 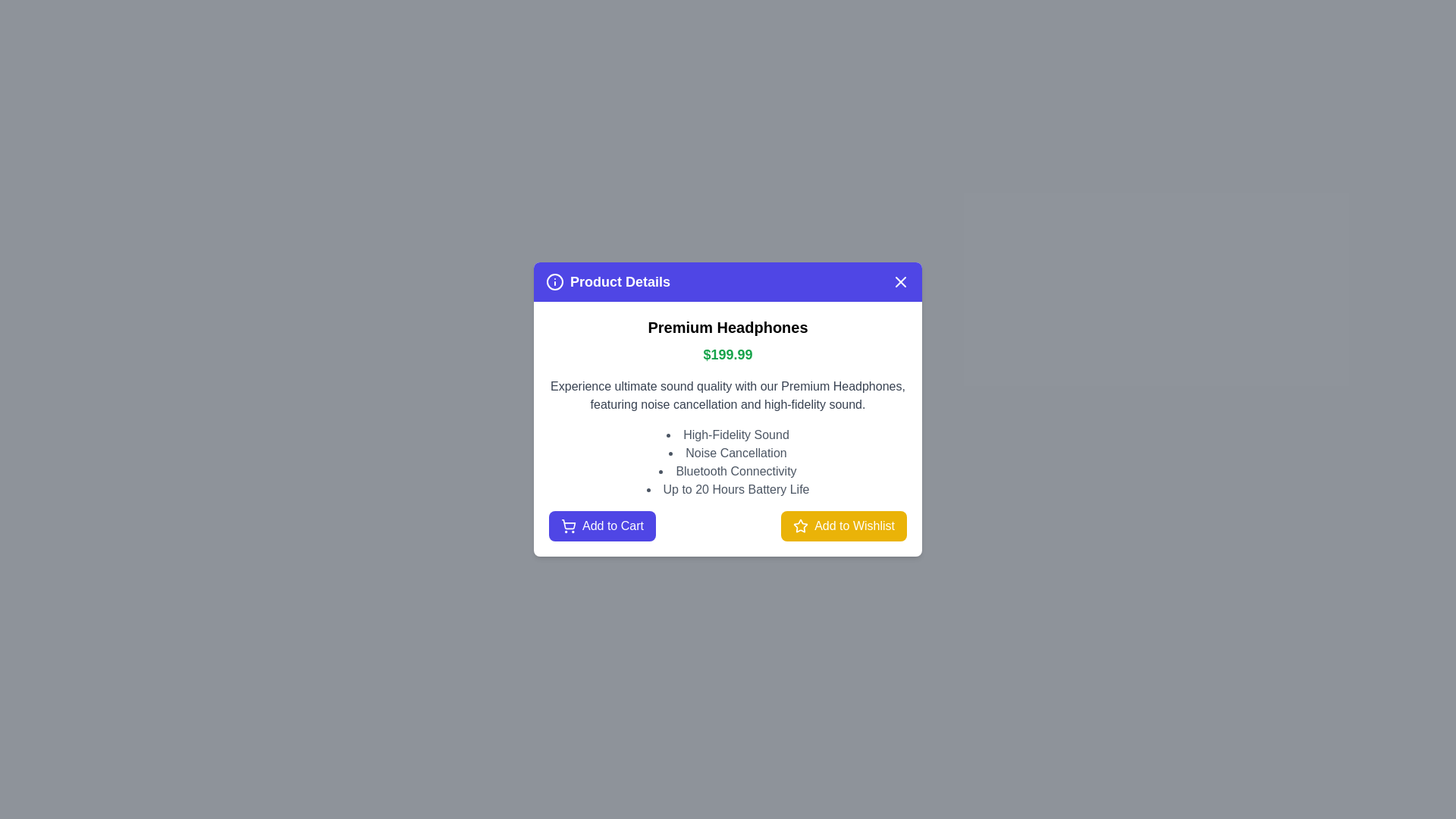 What do you see at coordinates (554, 281) in the screenshot?
I see `the information icon in the header to inspect additional information` at bounding box center [554, 281].